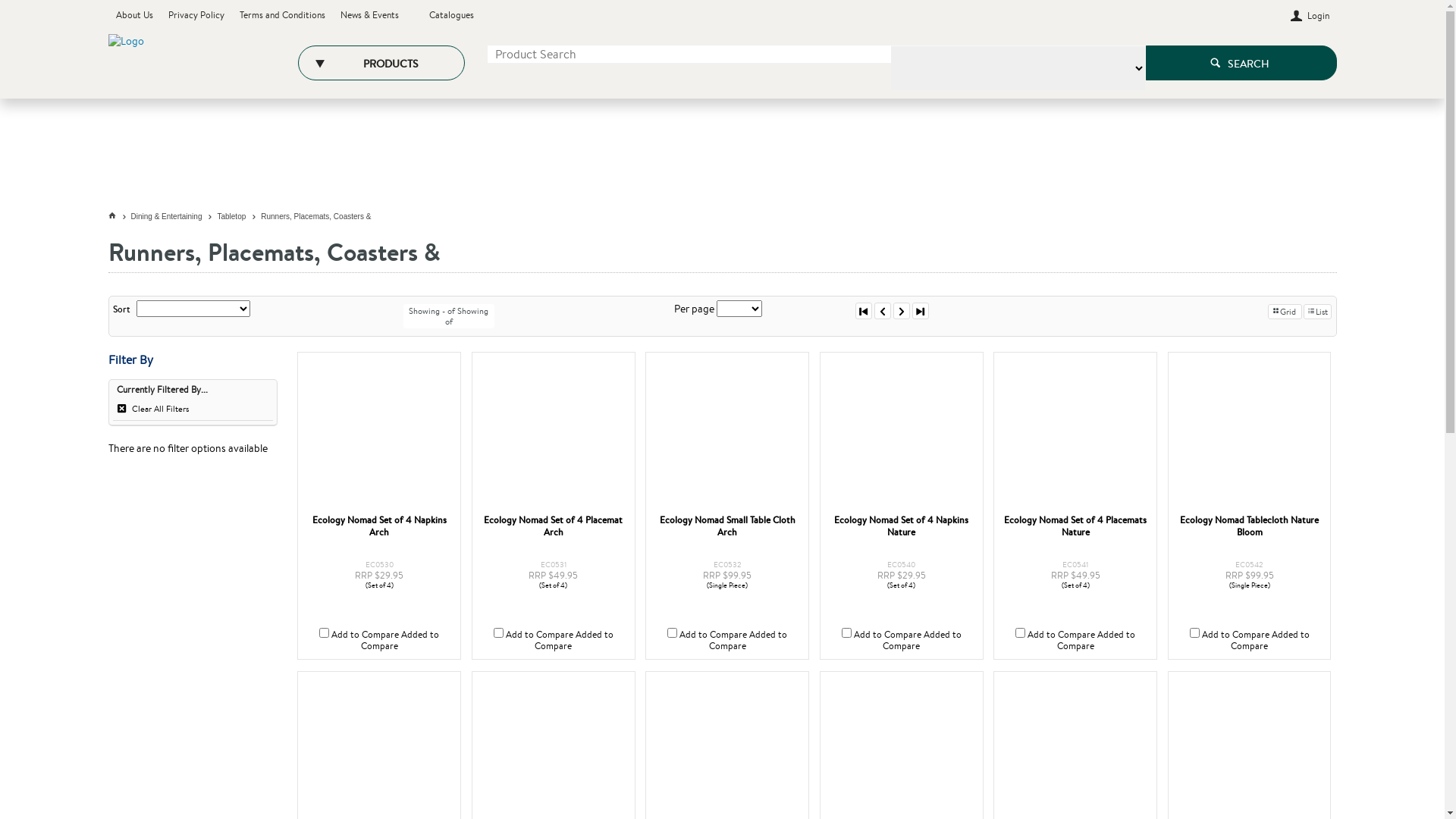  I want to click on 'Added to Compare', so click(921, 640).